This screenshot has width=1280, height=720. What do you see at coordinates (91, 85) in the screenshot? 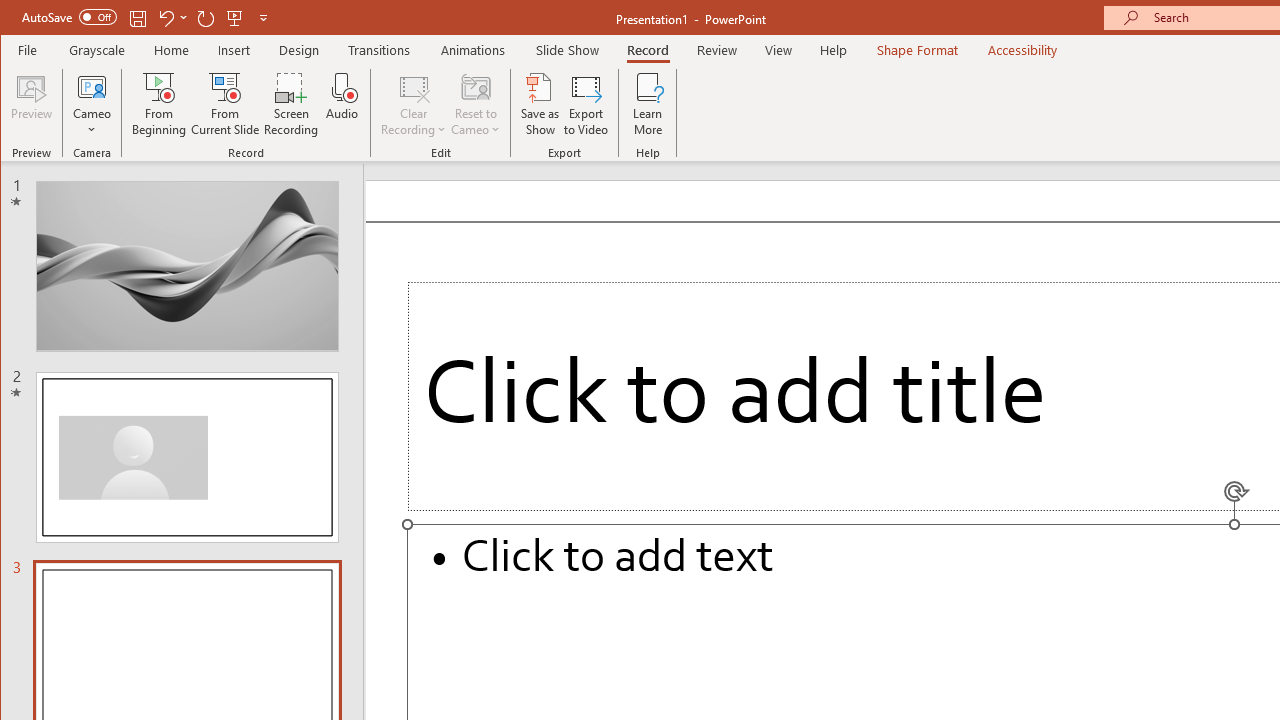
I see `'Cameo'` at bounding box center [91, 85].